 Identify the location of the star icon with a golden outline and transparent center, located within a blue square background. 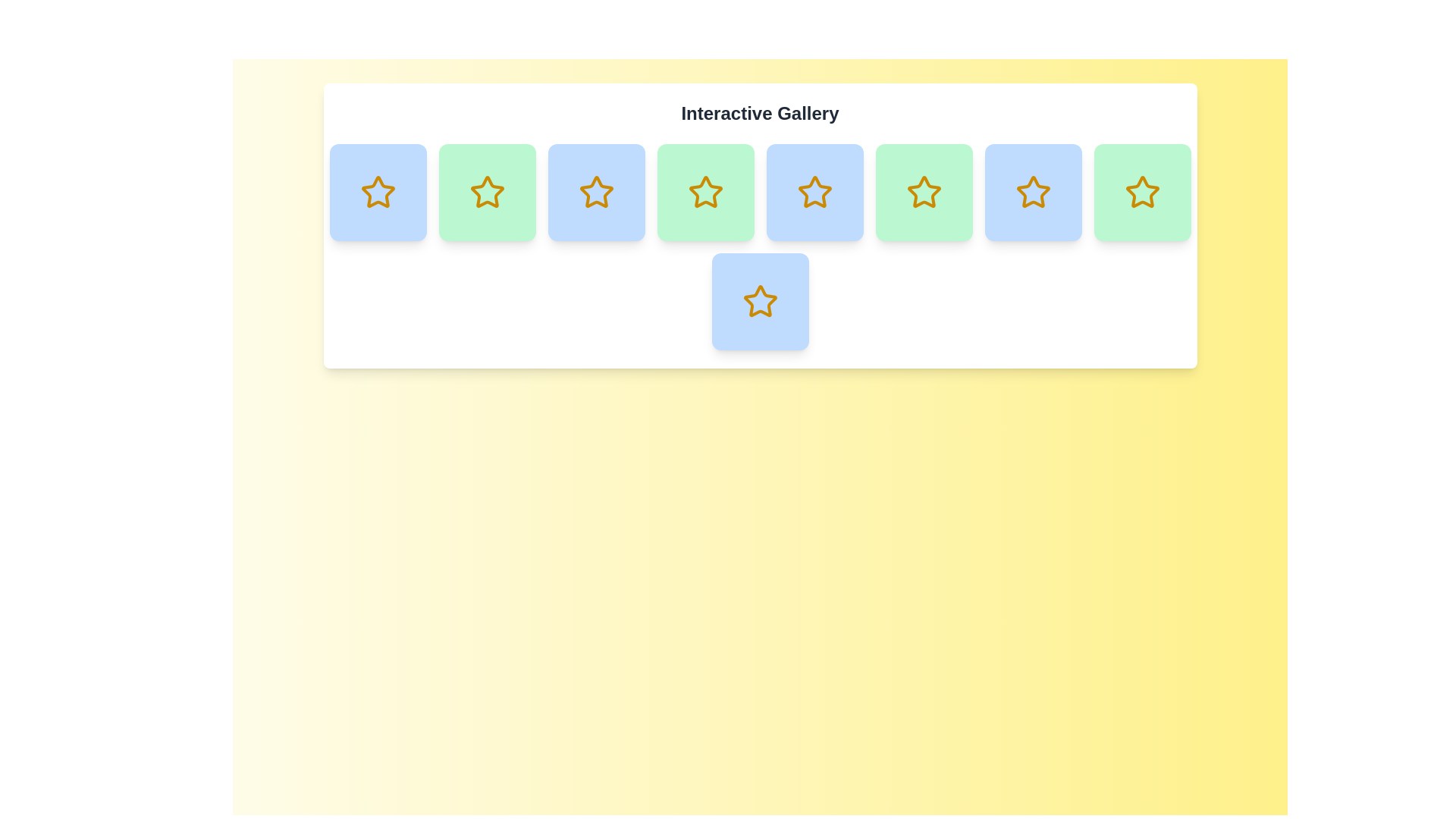
(595, 191).